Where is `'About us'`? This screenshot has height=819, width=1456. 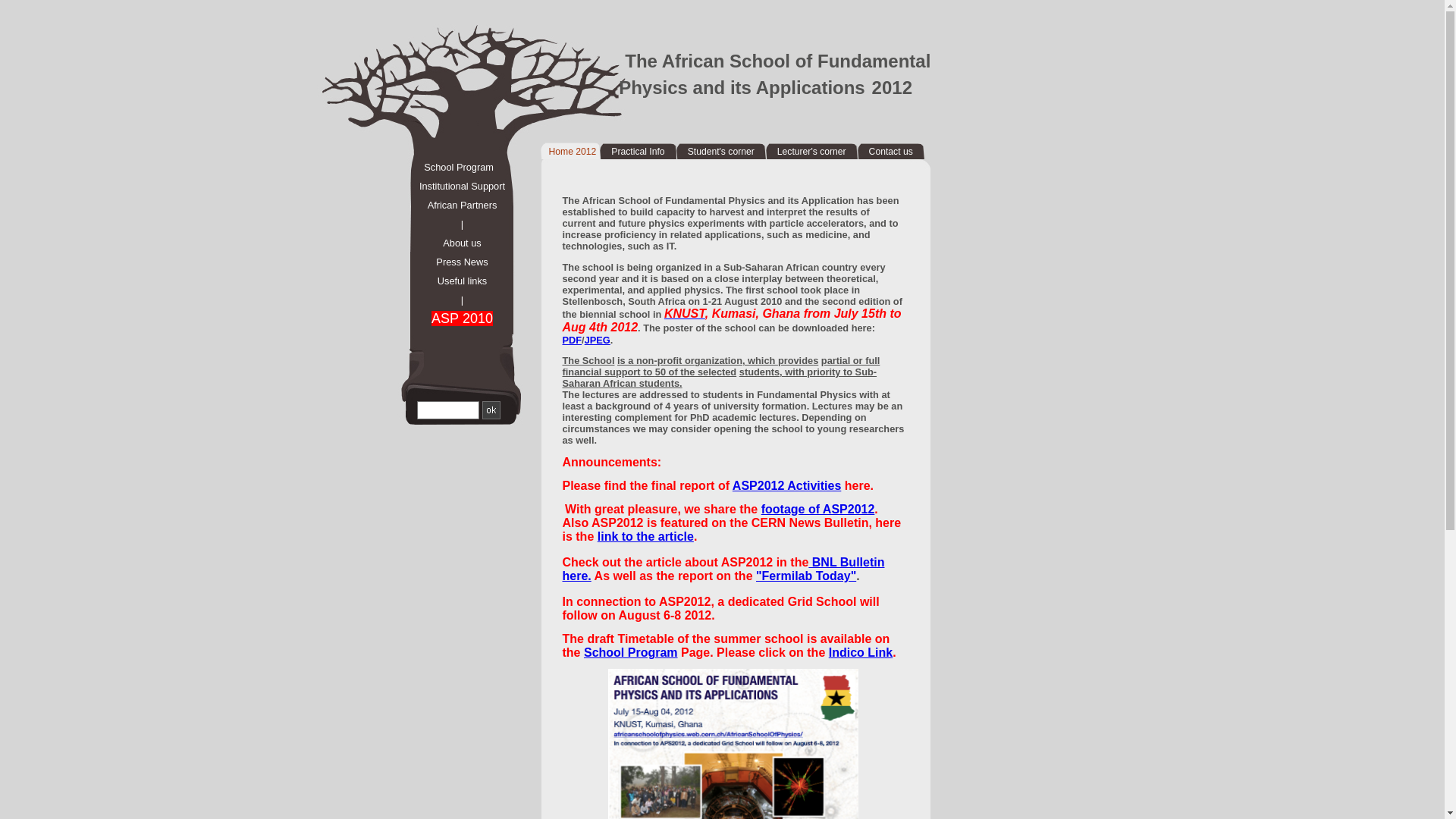
'About us' is located at coordinates (453, 242).